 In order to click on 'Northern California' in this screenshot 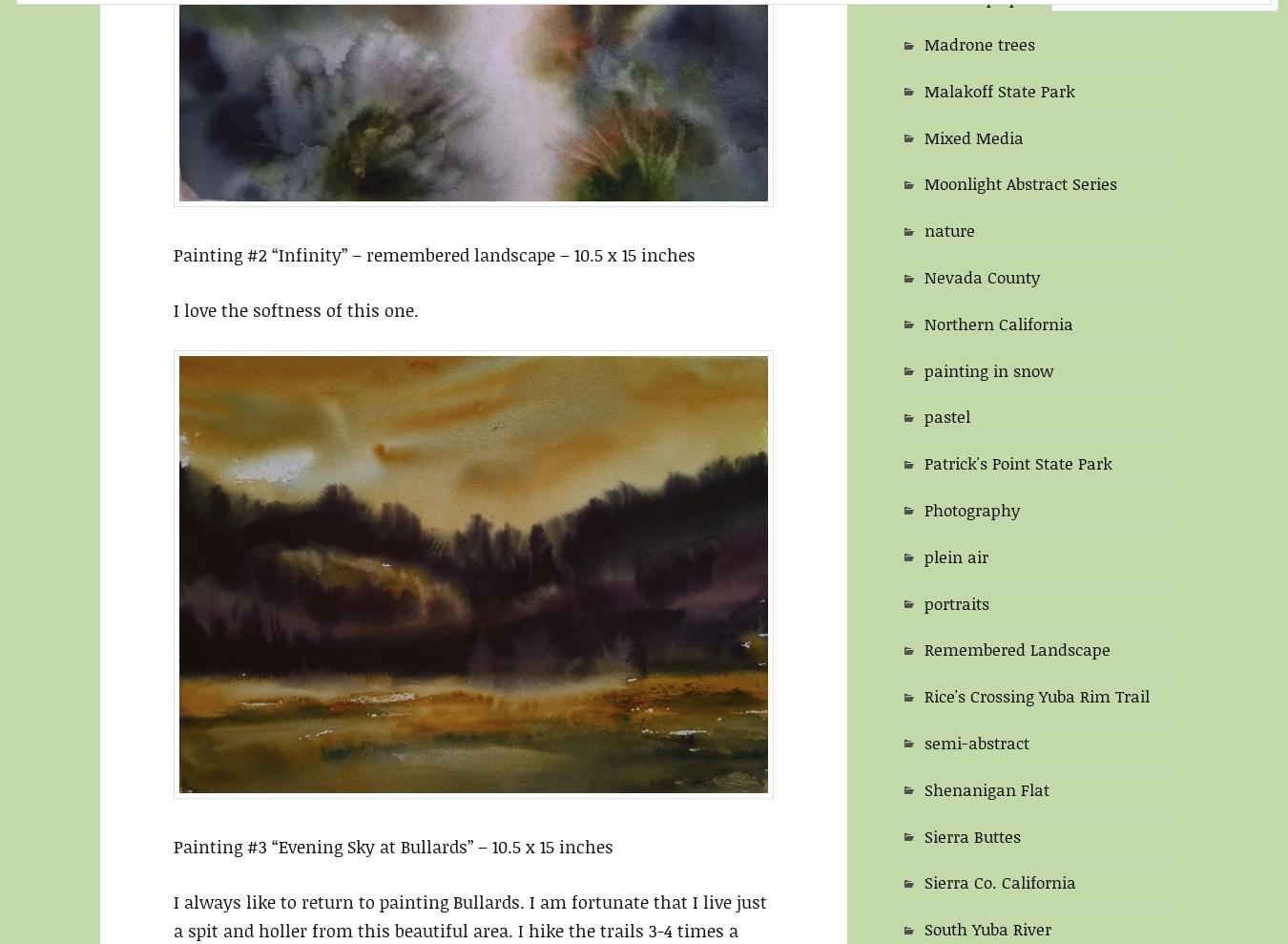, I will do `click(999, 322)`.